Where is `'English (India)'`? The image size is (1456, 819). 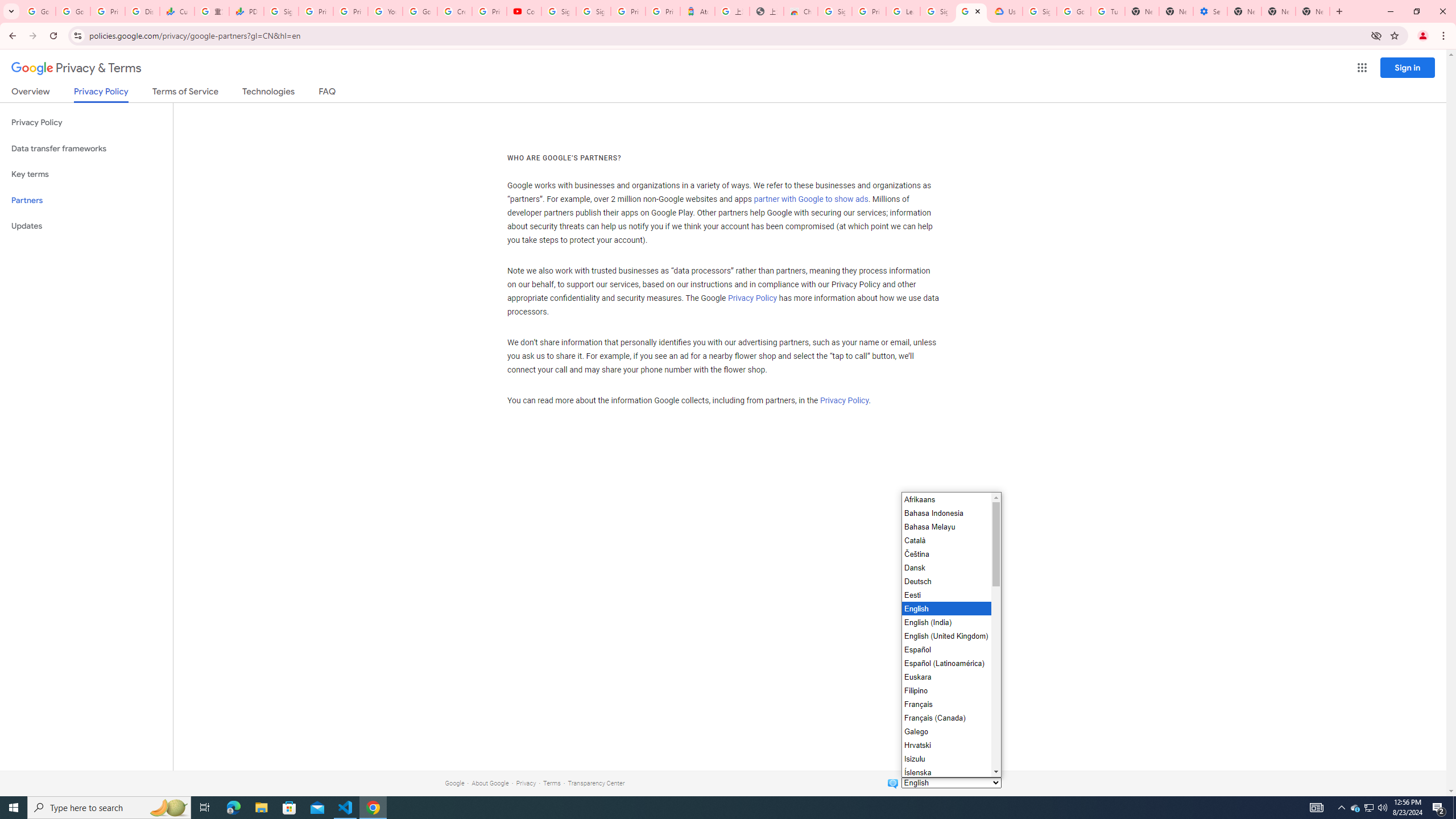
'English (India)' is located at coordinates (945, 621).